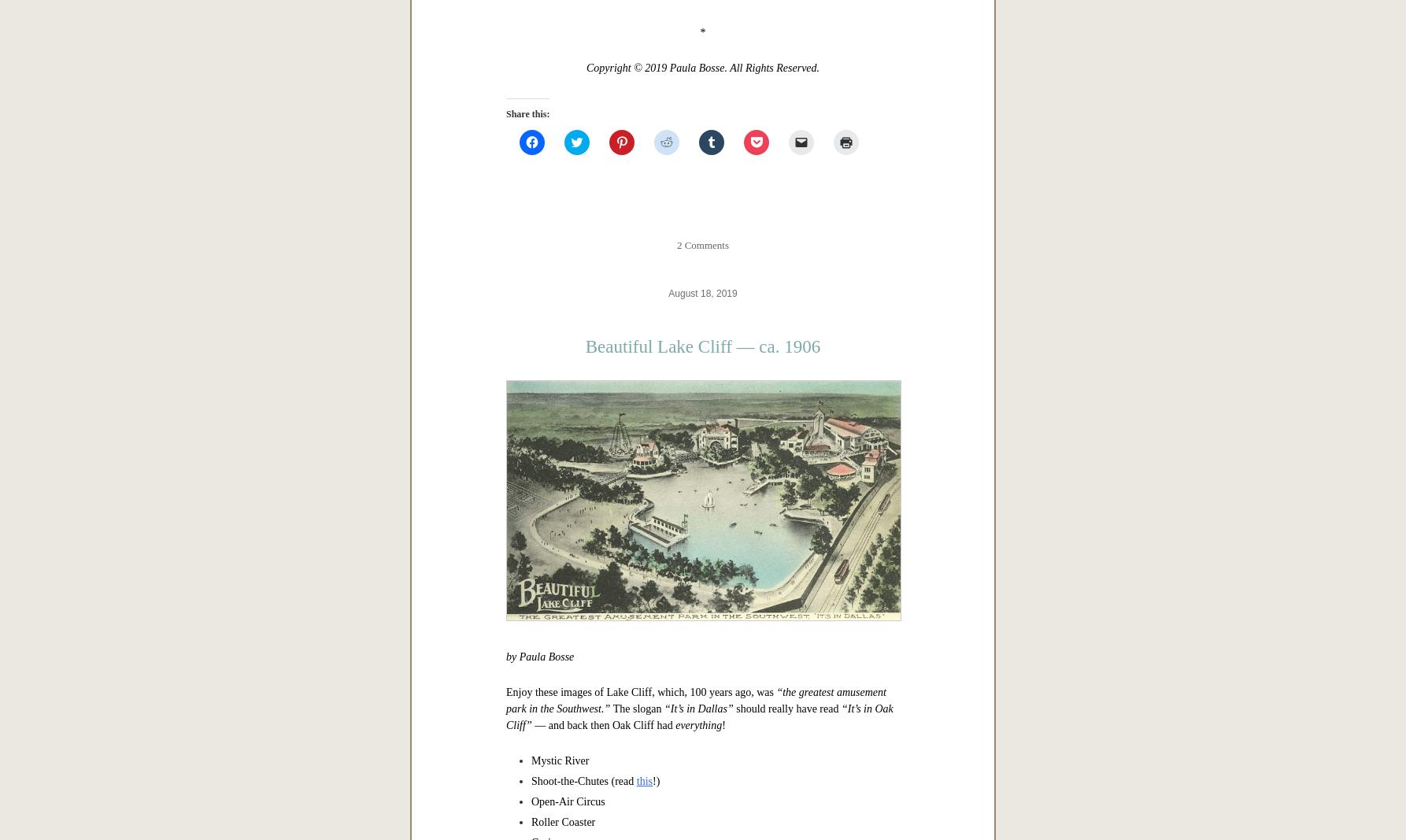 The width and height of the screenshot is (1406, 840). What do you see at coordinates (701, 244) in the screenshot?
I see `'2 Comments'` at bounding box center [701, 244].